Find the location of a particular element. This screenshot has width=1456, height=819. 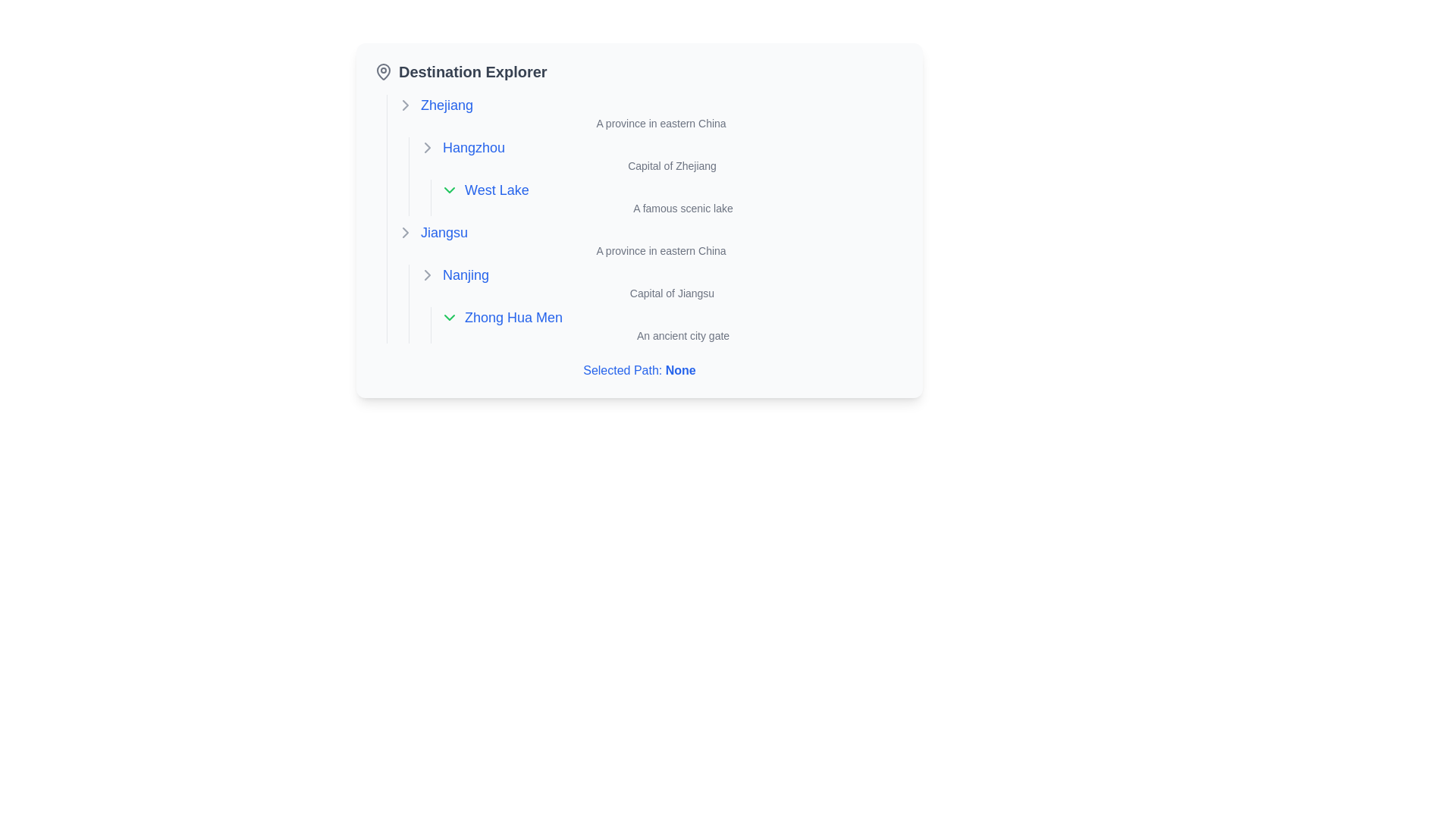

the text link labeled 'Hangzhou', styled in blue is located at coordinates (472, 148).